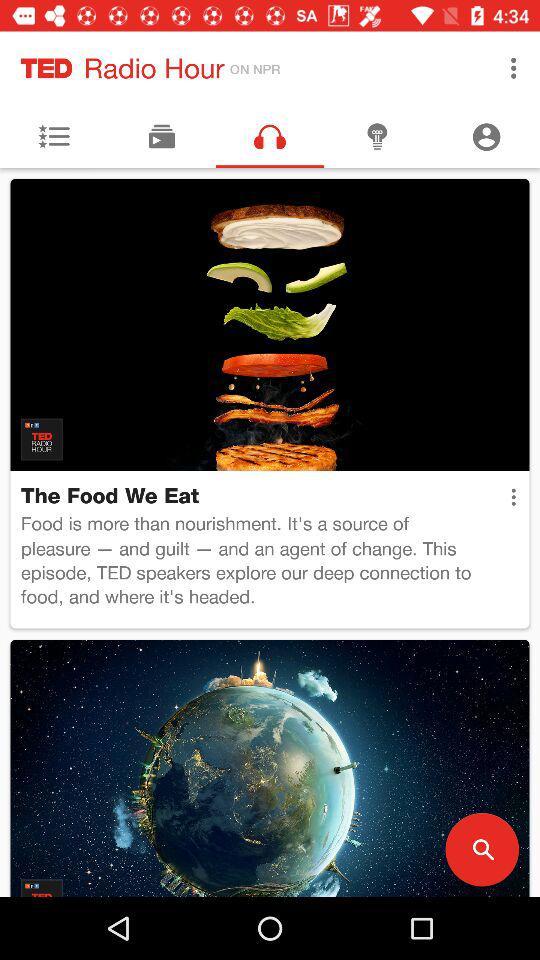 This screenshot has width=540, height=960. Describe the element at coordinates (513, 496) in the screenshot. I see `the item to the right of the food is more item` at that location.